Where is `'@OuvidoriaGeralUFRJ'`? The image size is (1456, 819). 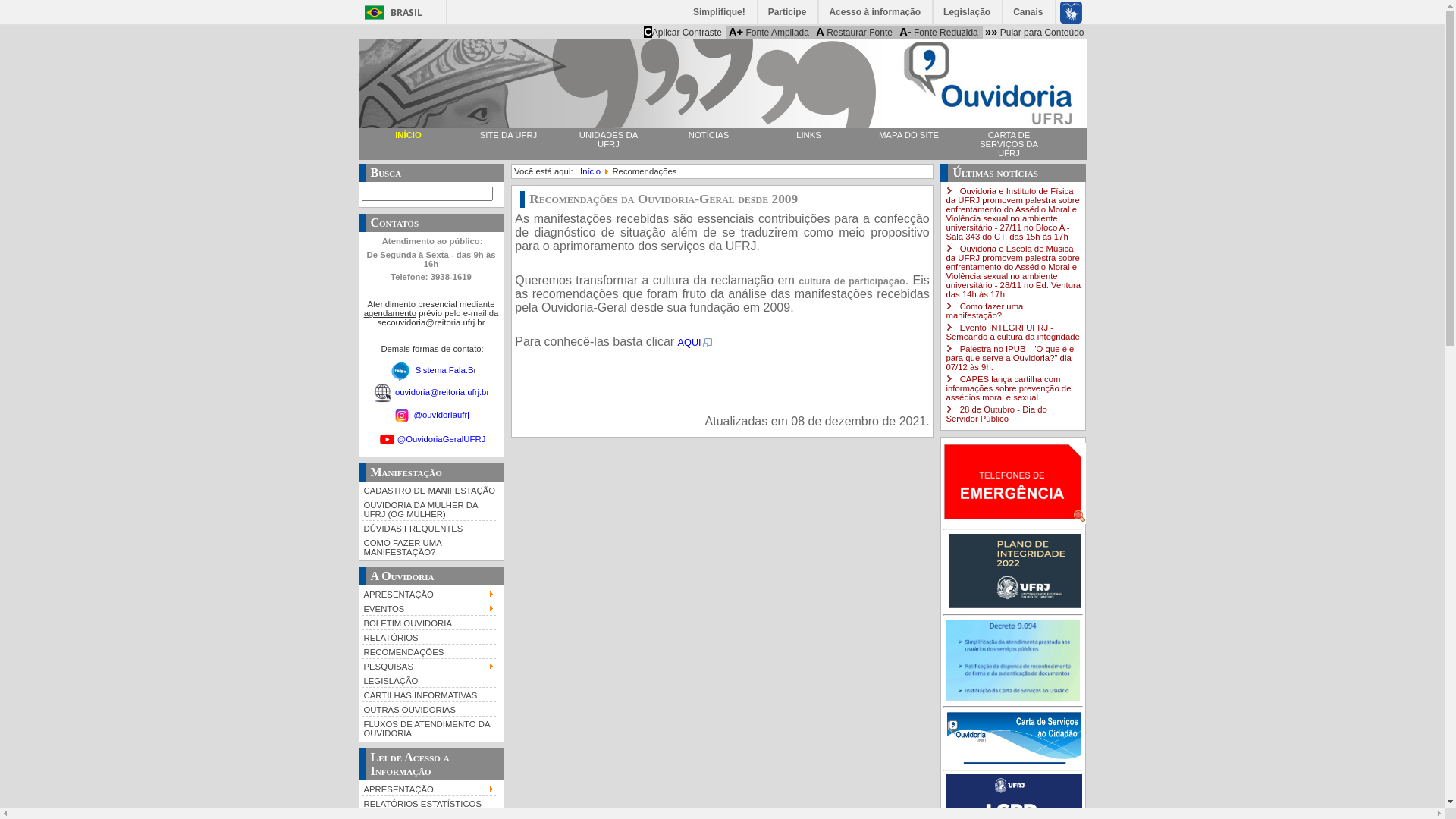 '@OuvidoriaGeralUFRJ' is located at coordinates (441, 438).